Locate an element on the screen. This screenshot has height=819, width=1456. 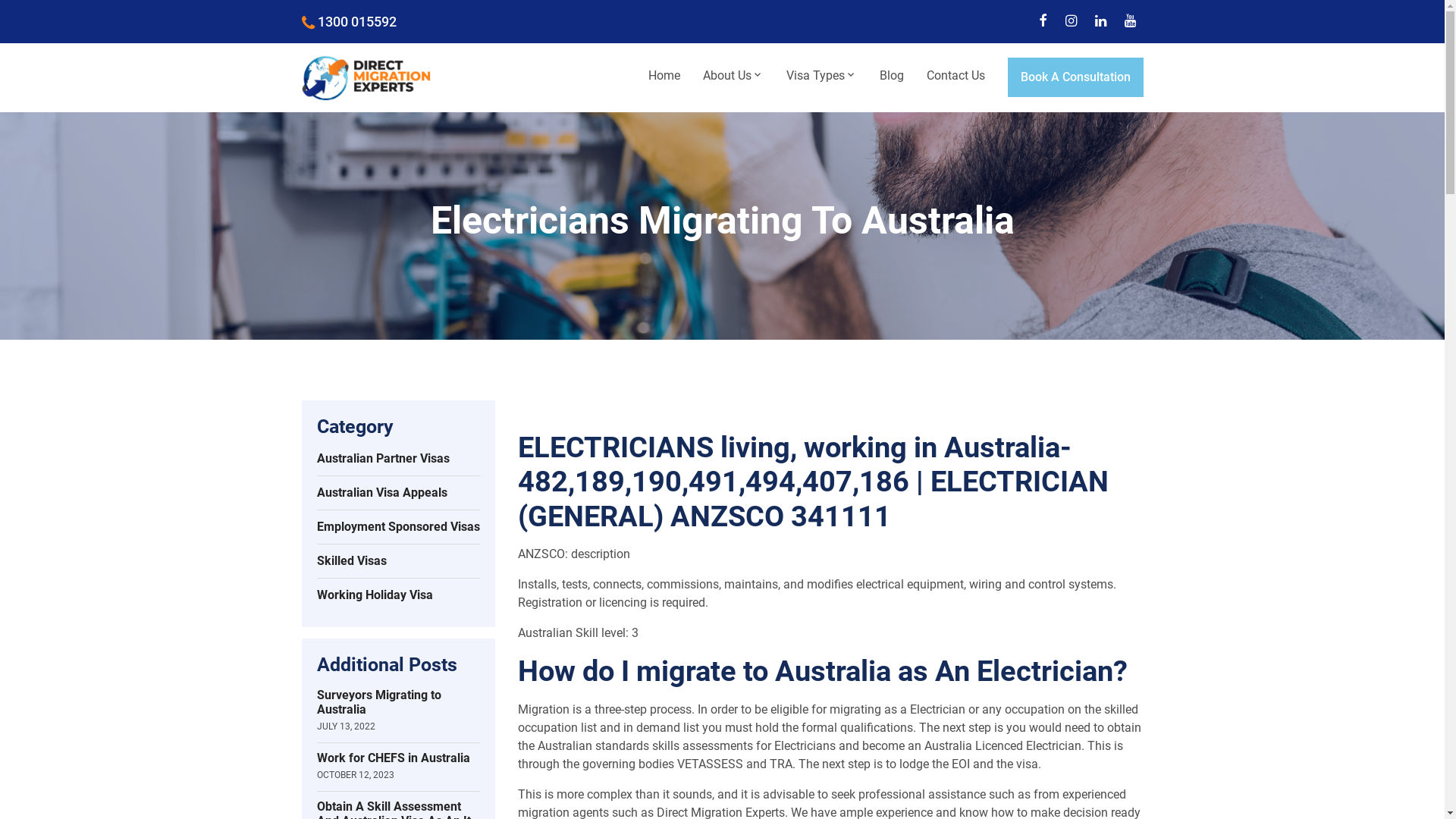
'Home' is located at coordinates (664, 76).